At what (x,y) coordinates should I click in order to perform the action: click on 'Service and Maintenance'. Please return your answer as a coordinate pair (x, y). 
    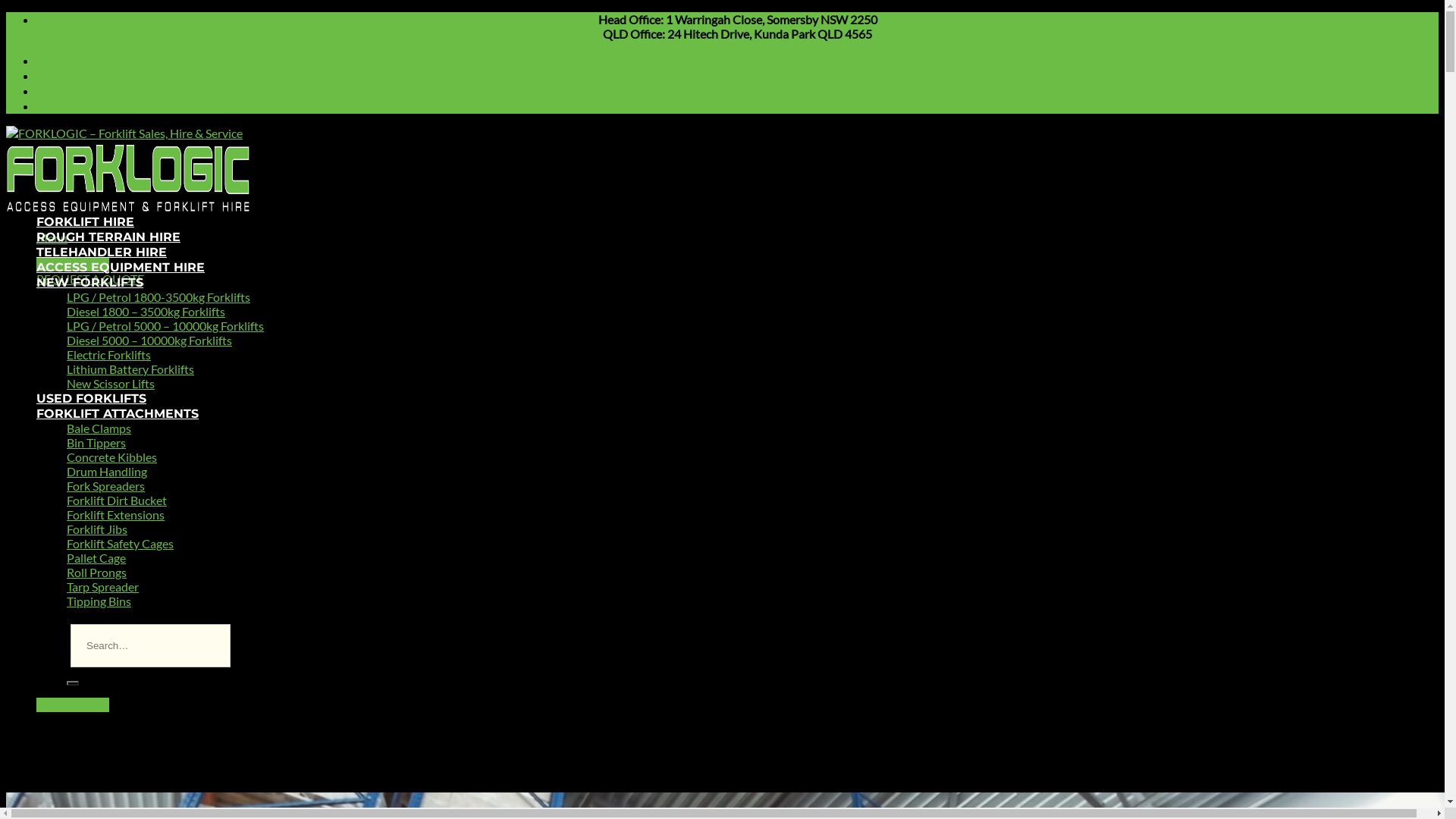
    Looking at the image, I should click on (36, 91).